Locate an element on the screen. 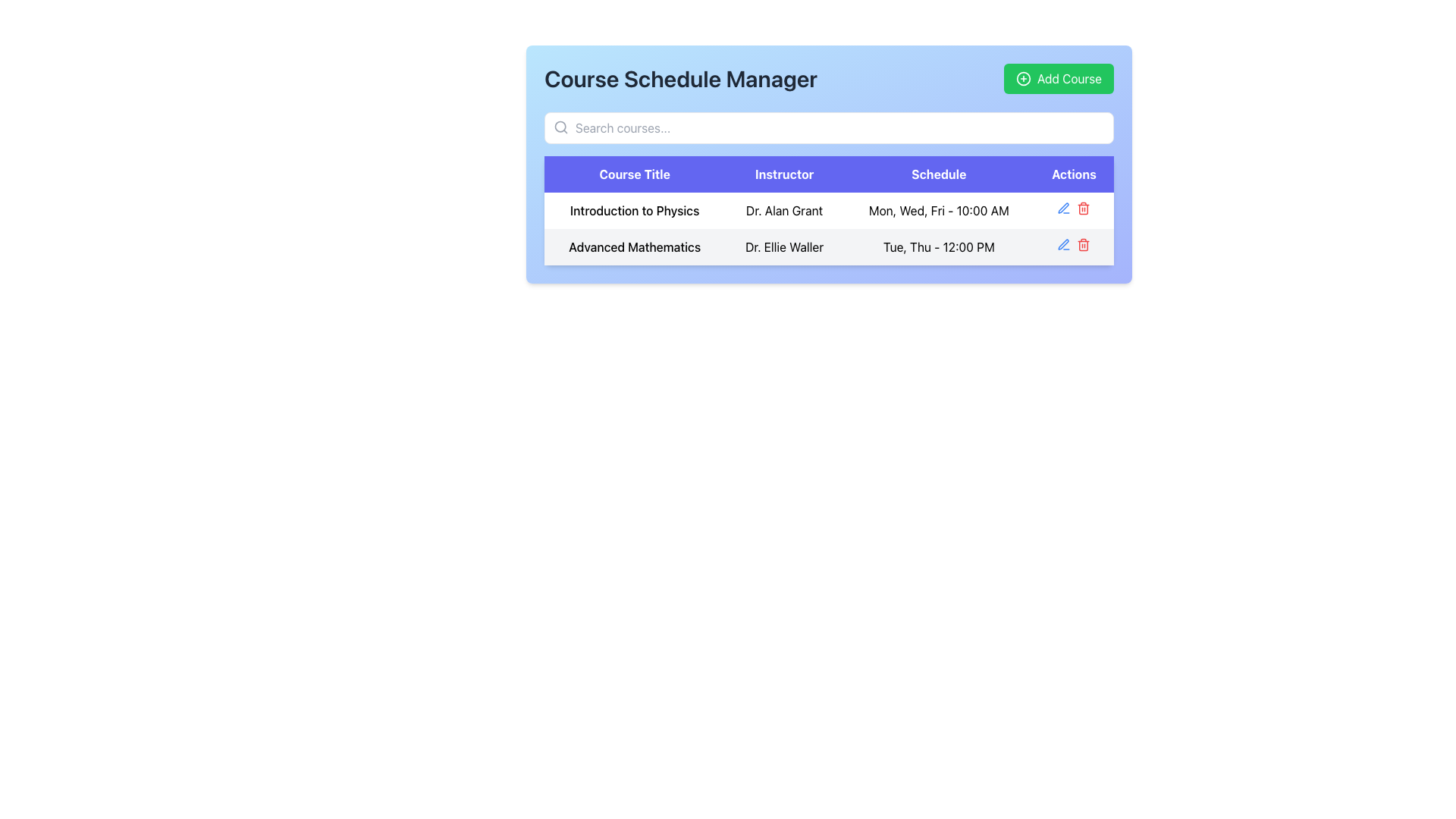  the icons within the 'Actions' column cell for the 'Advanced Mathematics' row to initiate editing or deletion actions is located at coordinates (1073, 246).